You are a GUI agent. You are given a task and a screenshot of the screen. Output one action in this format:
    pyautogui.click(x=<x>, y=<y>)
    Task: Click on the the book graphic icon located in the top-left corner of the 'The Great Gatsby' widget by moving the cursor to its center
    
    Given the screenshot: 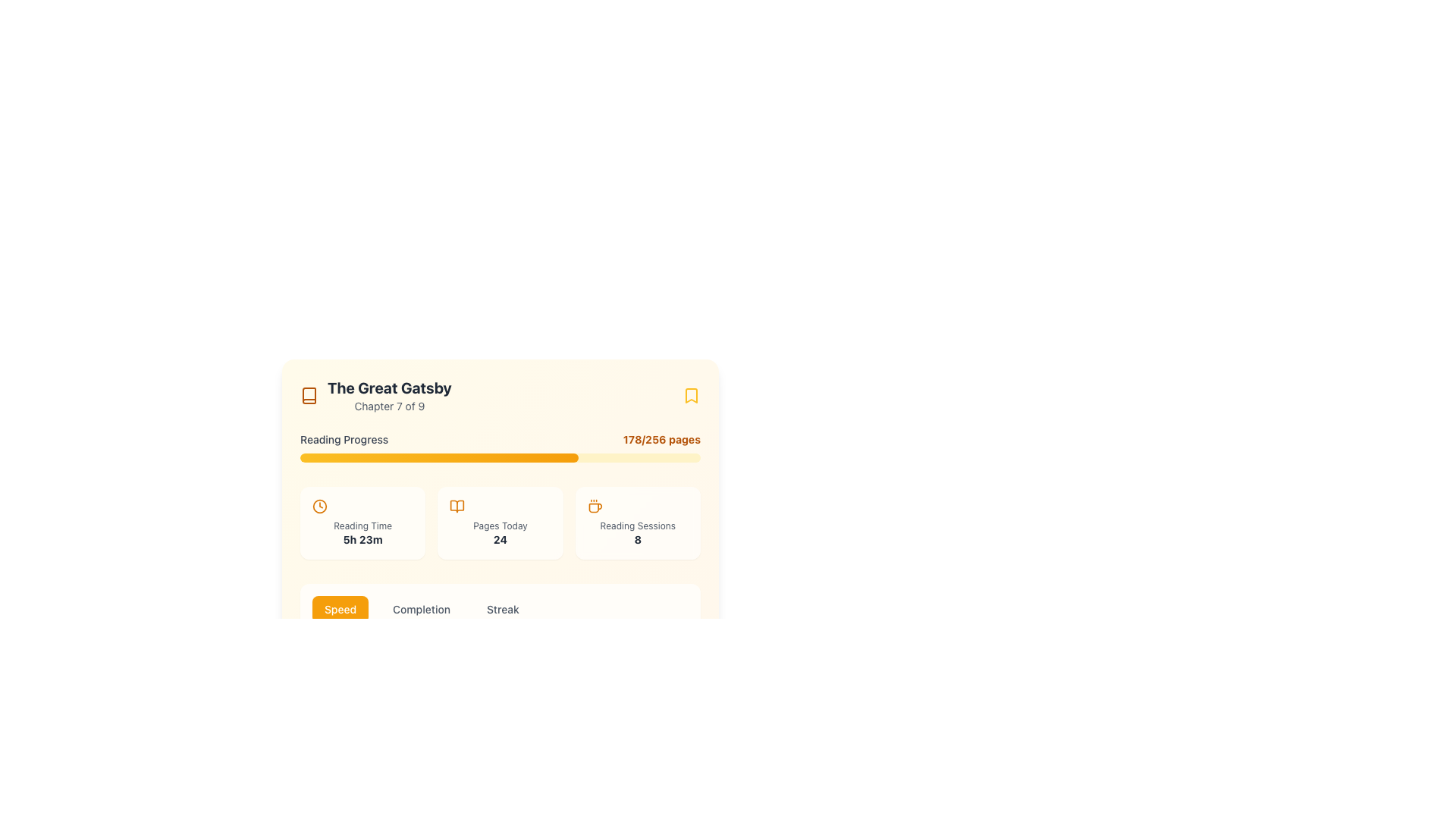 What is the action you would take?
    pyautogui.click(x=309, y=394)
    